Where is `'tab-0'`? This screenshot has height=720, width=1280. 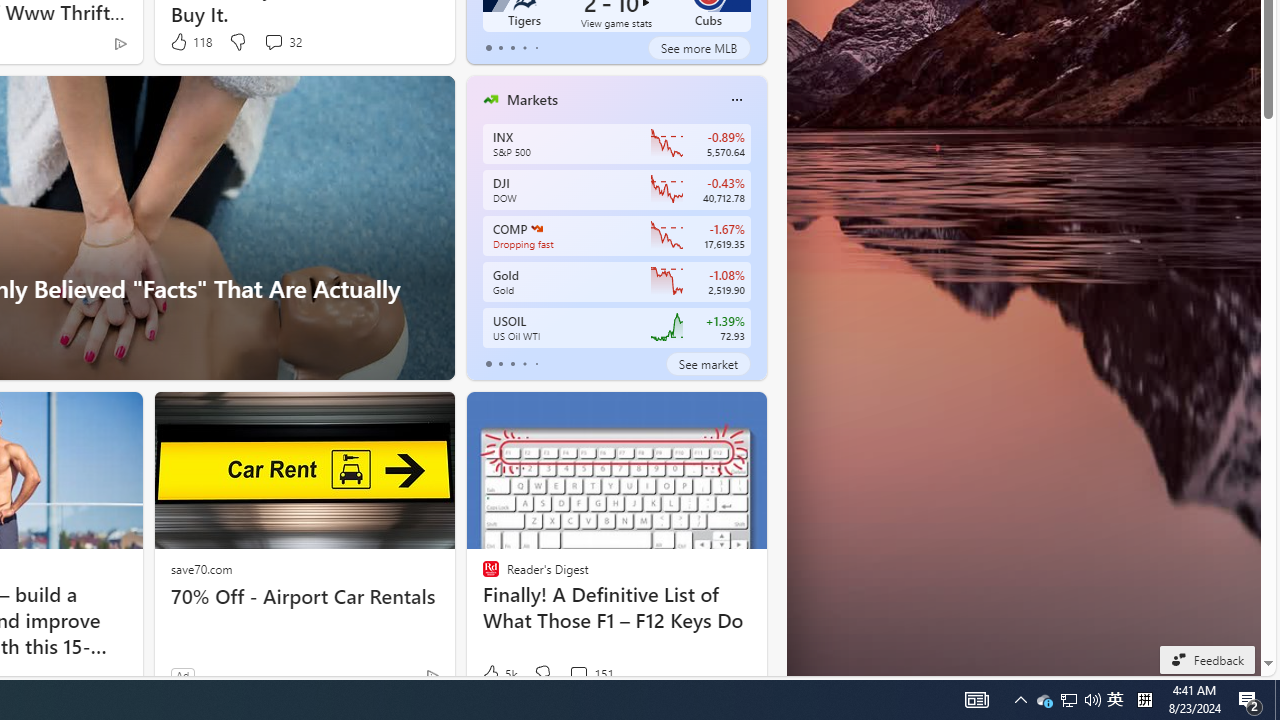
'tab-0' is located at coordinates (488, 363).